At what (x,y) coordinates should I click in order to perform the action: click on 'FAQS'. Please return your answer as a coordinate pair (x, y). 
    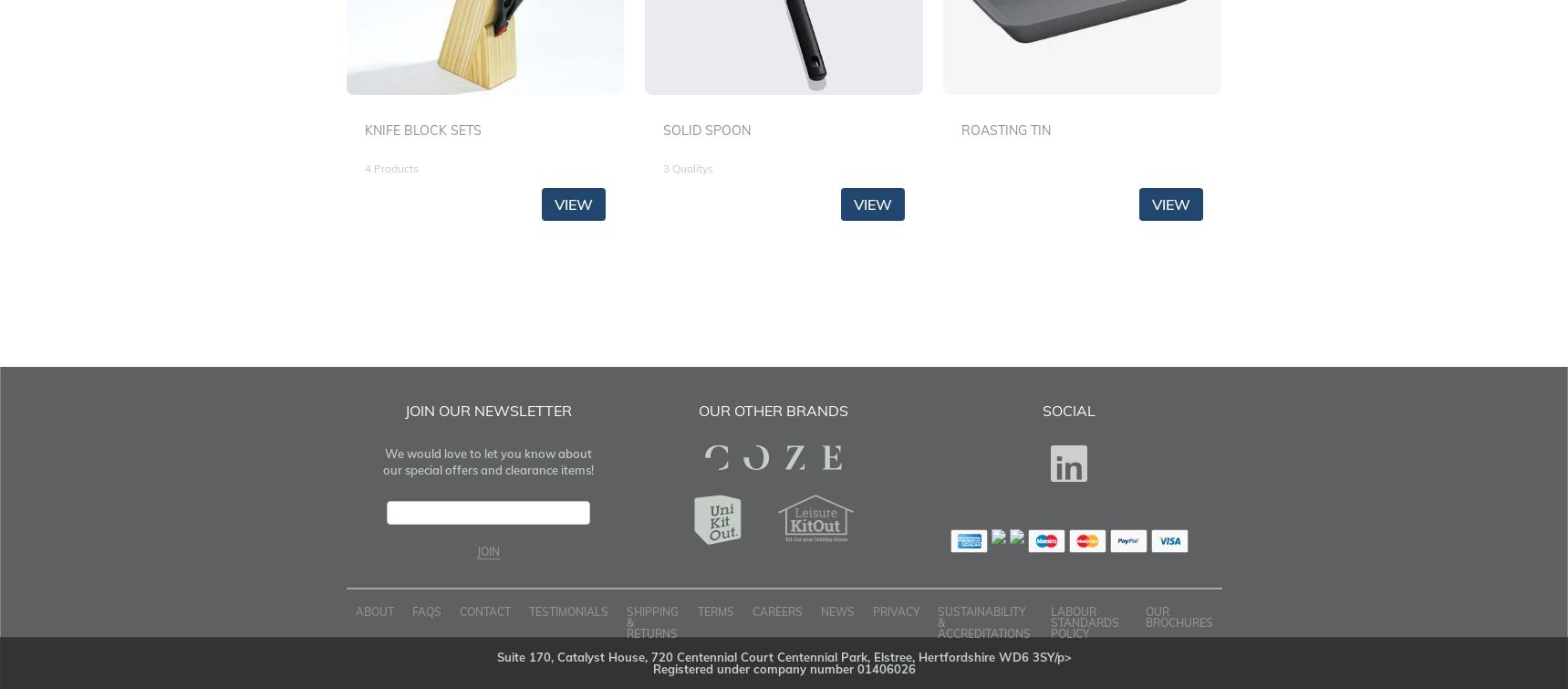
    Looking at the image, I should click on (426, 611).